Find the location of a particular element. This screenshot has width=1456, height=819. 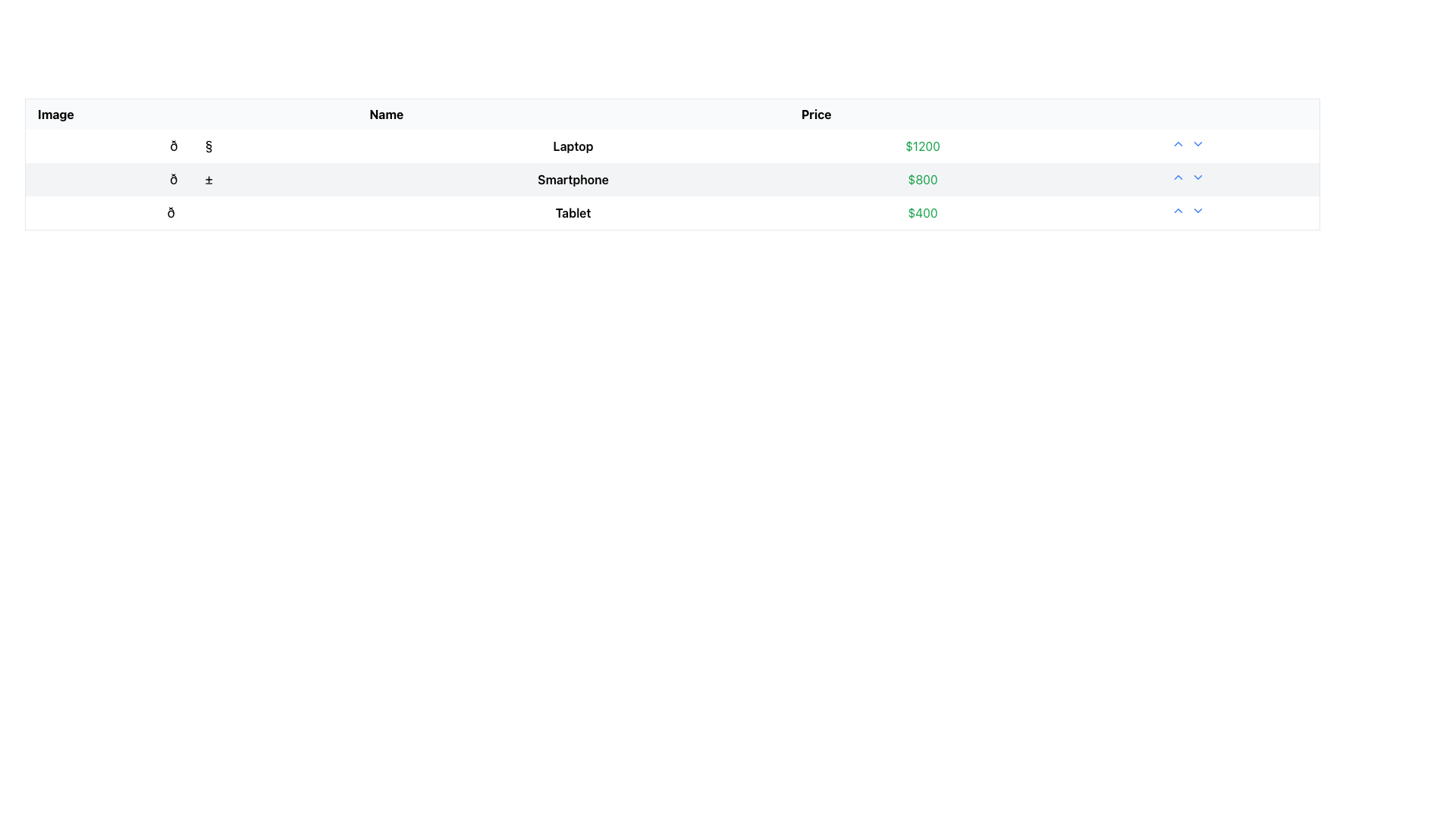

the control group arrows in the rightmost cell of the row containing the 'Smartphone' entry is located at coordinates (1187, 178).